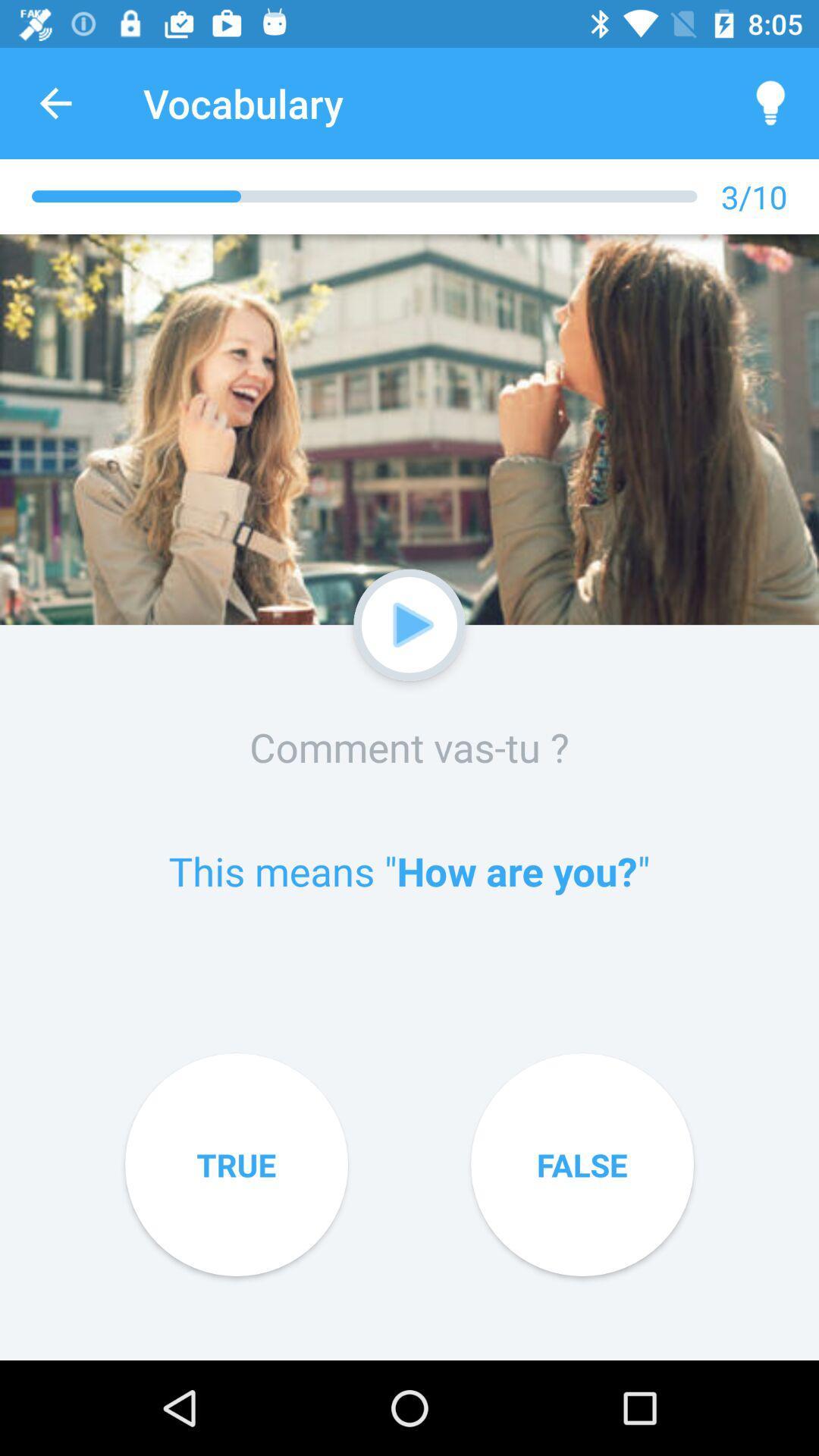 This screenshot has width=819, height=1456. What do you see at coordinates (55, 102) in the screenshot?
I see `the icon to the left of vocabulary` at bounding box center [55, 102].